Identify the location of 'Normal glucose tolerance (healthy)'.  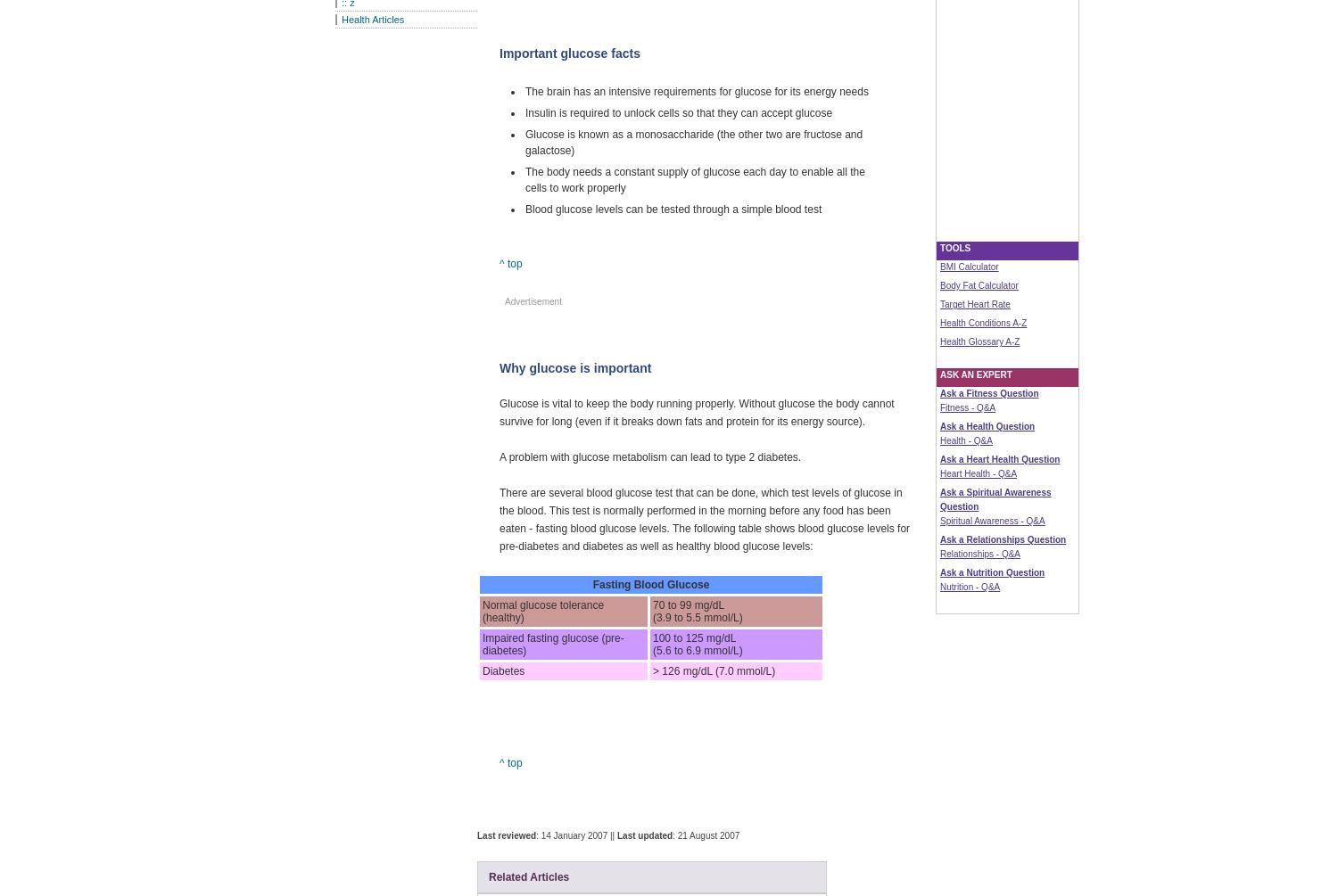
(483, 612).